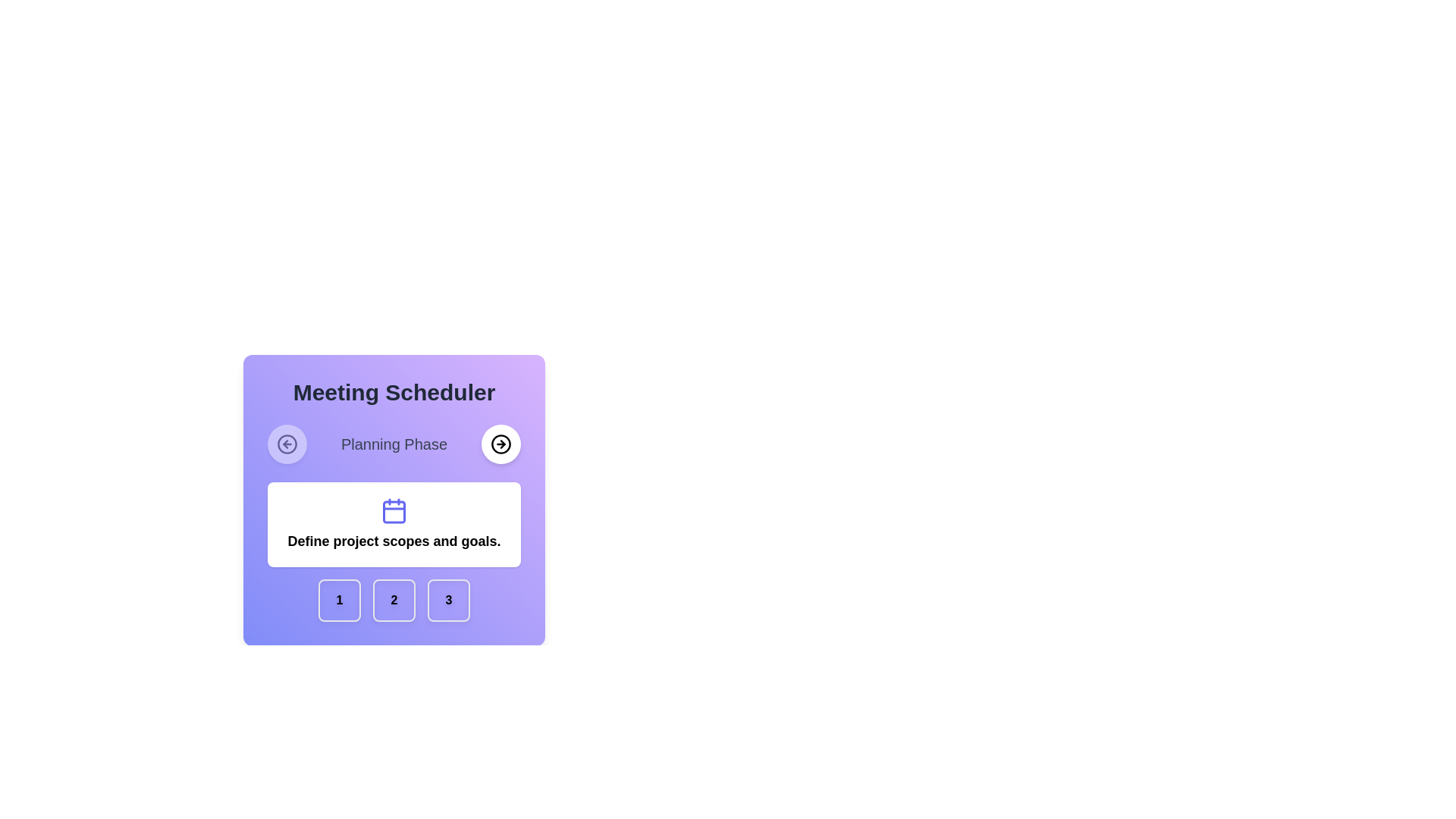  Describe the element at coordinates (394, 512) in the screenshot. I see `the visual illustration component (rectangle) of the calendar, which is the innermost rectangle within the calendar icon located above the text 'Define project scopes and goals' and below the 'Planning Phase' header` at that location.